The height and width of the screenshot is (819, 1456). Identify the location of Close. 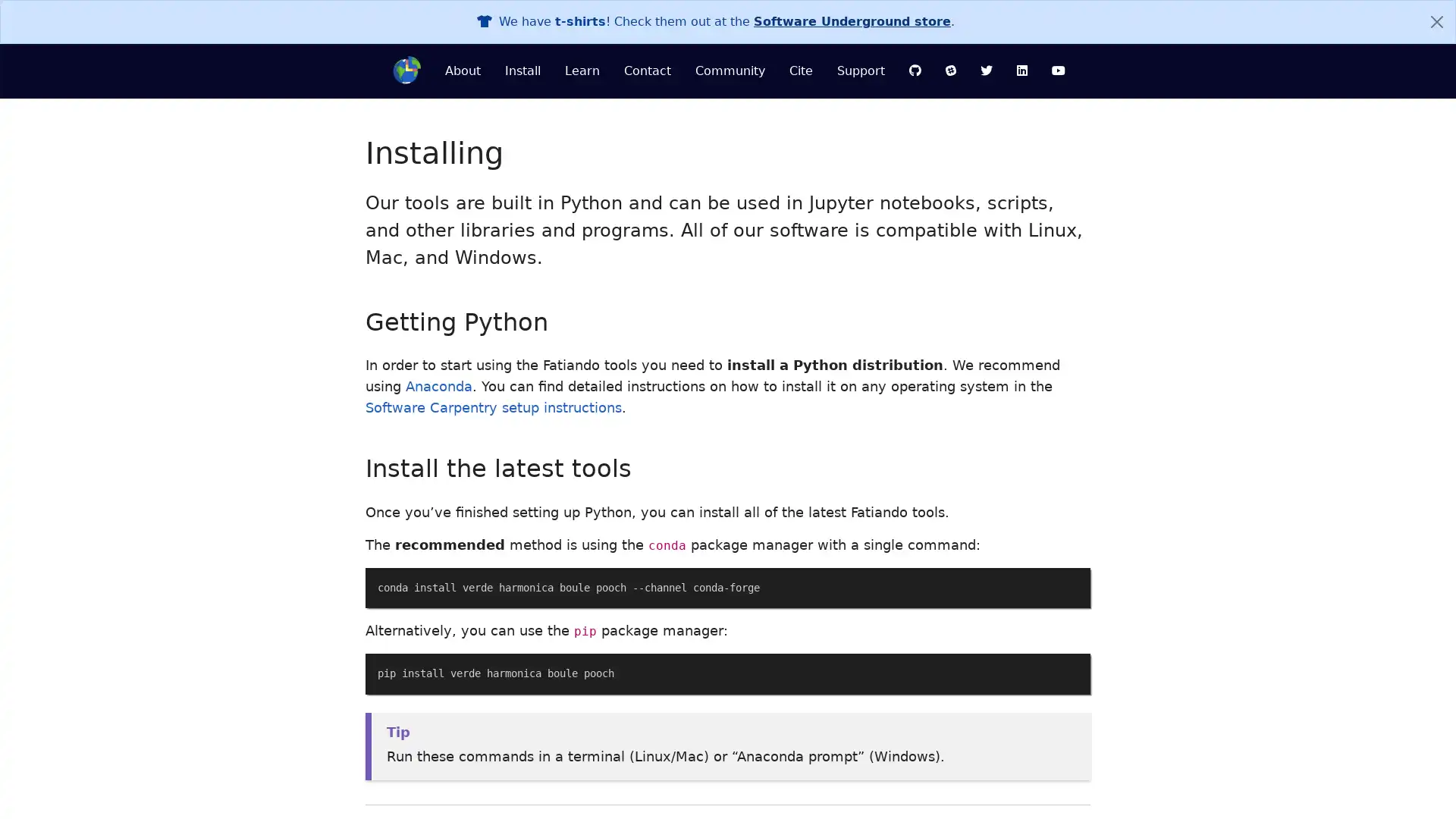
(1436, 22).